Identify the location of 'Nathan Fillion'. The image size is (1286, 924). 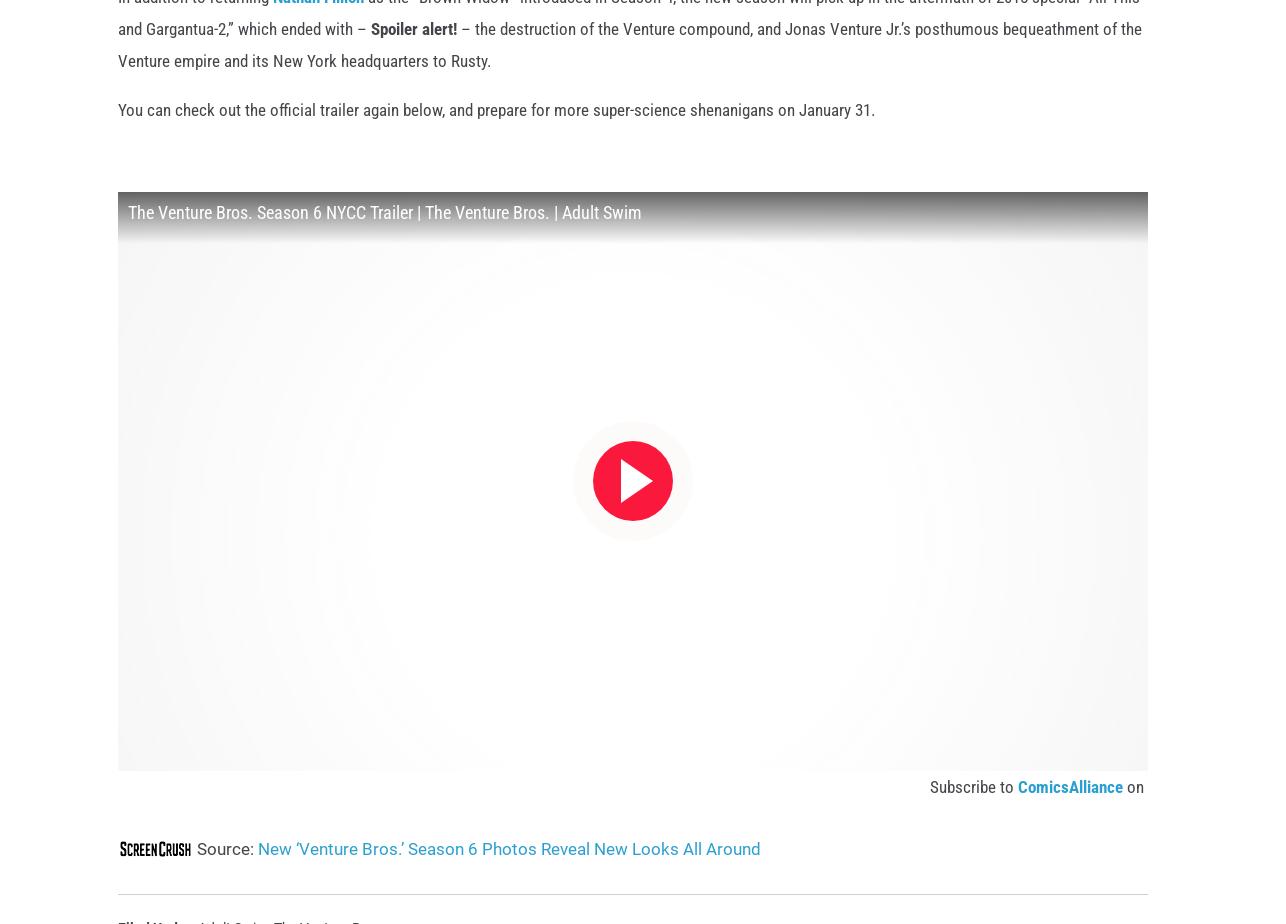
(318, 27).